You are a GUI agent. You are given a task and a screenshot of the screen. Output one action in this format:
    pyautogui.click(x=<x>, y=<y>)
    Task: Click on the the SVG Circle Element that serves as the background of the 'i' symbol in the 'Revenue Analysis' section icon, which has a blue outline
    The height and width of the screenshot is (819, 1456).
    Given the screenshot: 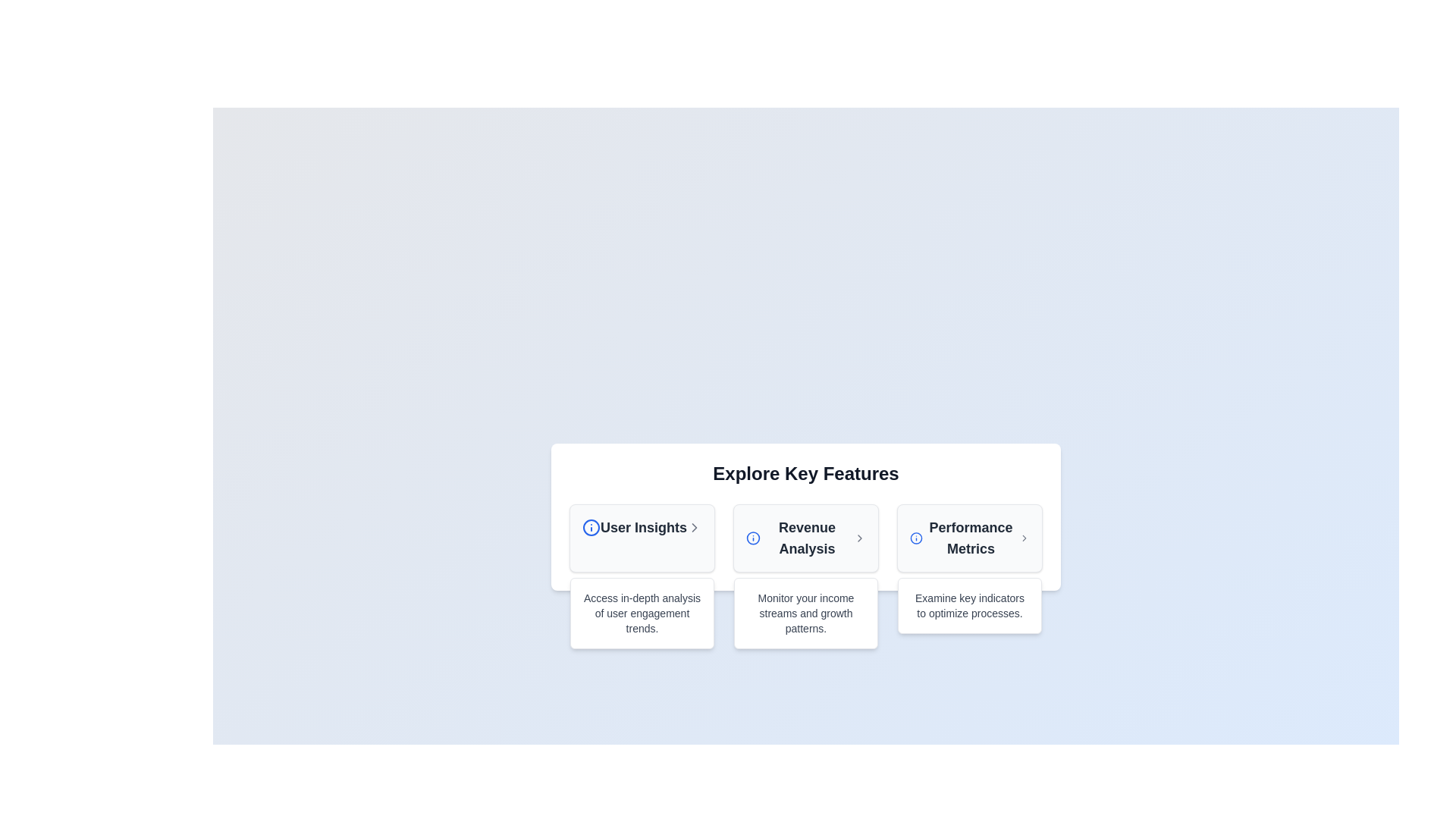 What is the action you would take?
    pyautogui.click(x=590, y=526)
    